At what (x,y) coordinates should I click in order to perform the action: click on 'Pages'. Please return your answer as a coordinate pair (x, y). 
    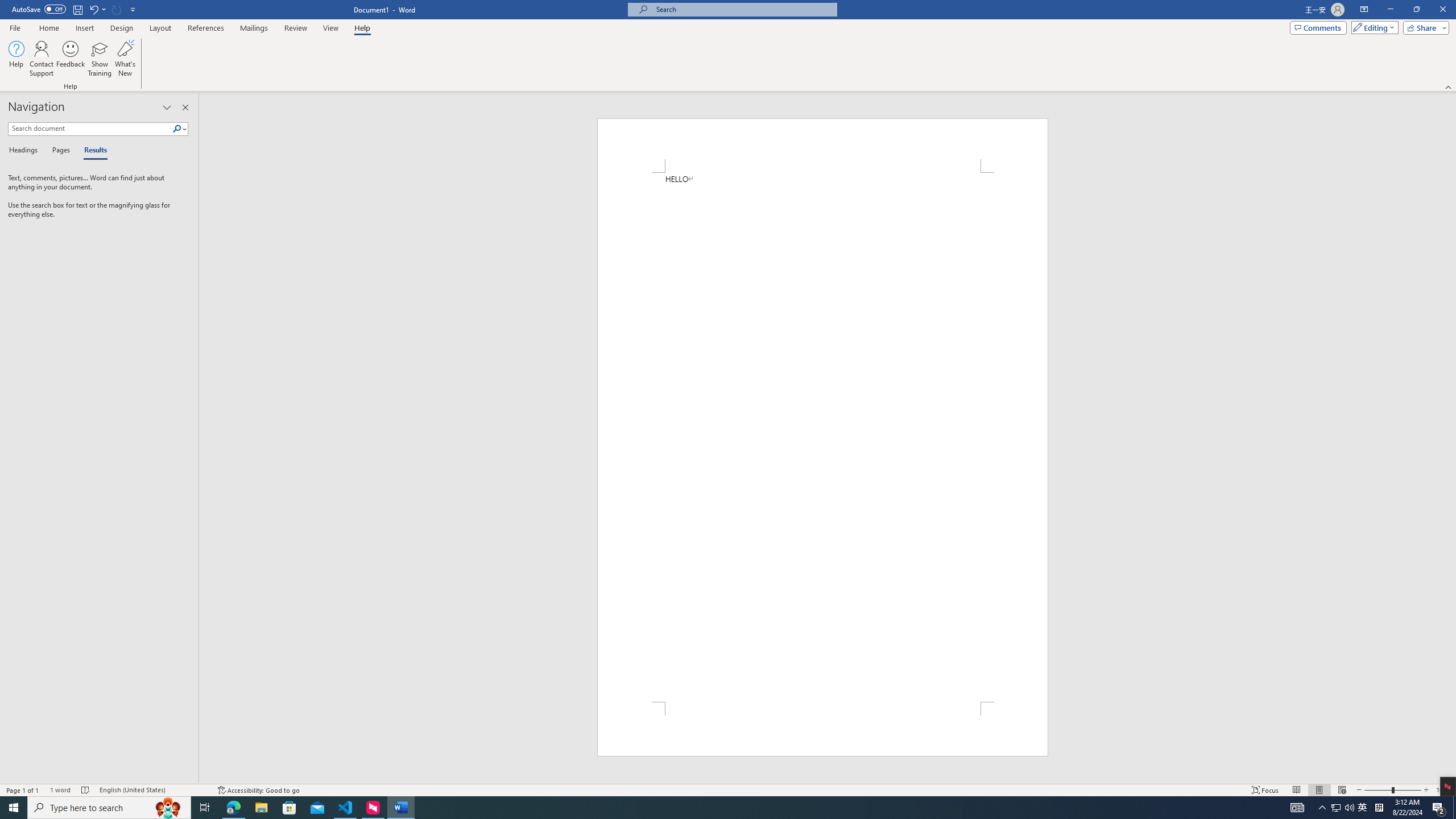
    Looking at the image, I should click on (59, 150).